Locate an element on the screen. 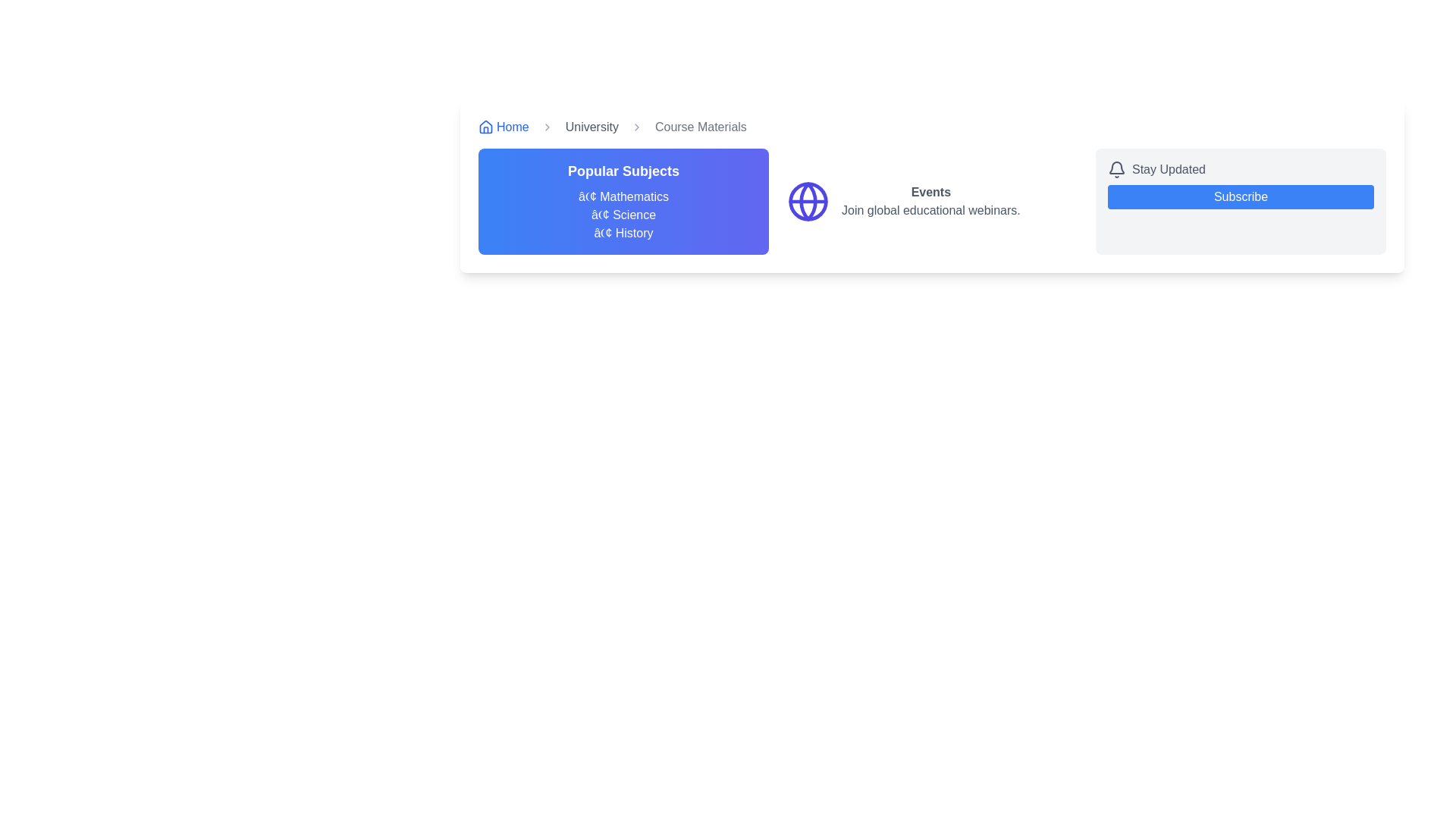 This screenshot has width=1456, height=819. the house-shaped icon in the navigation bar is located at coordinates (486, 127).